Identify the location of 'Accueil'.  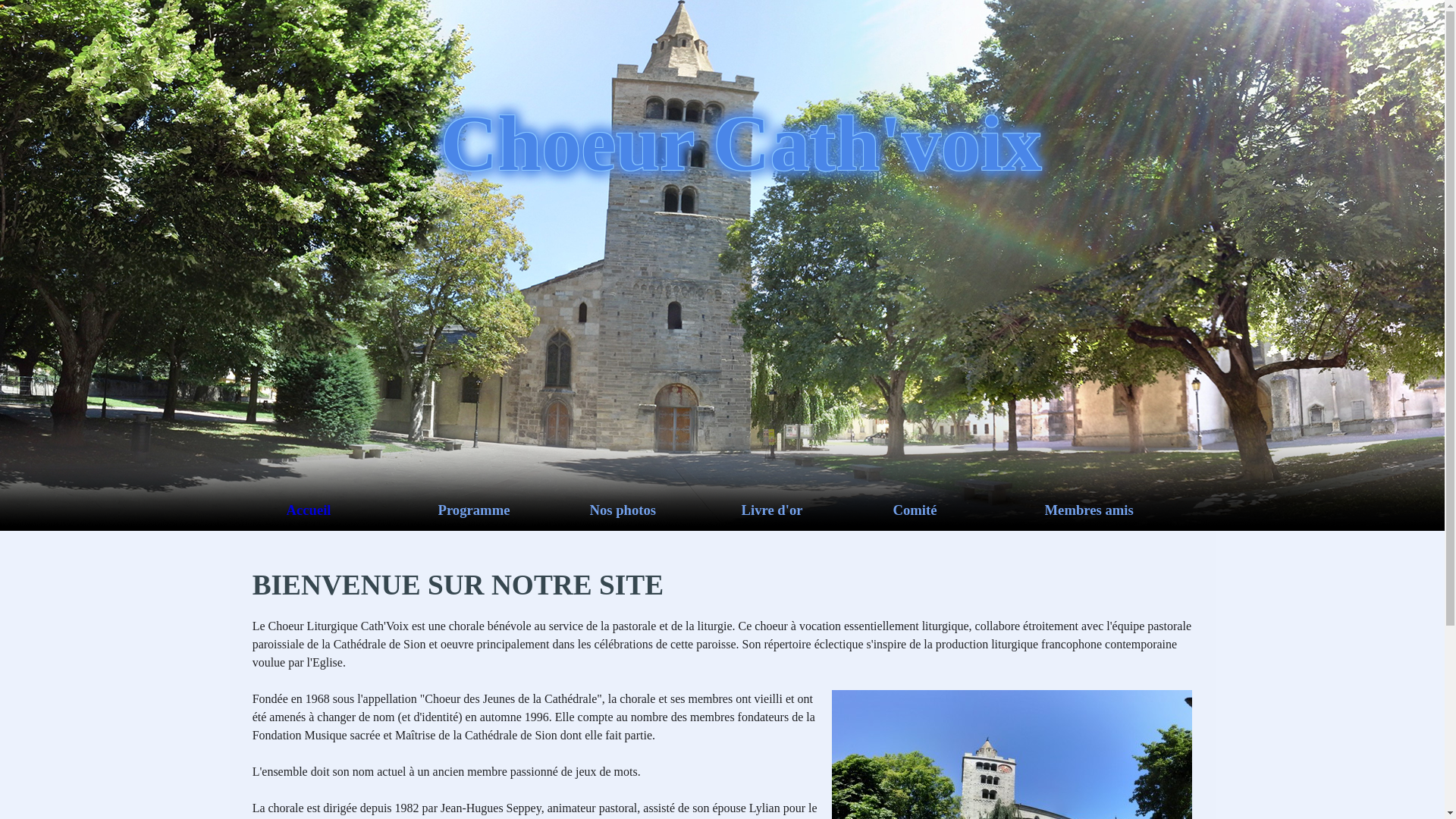
(362, 510).